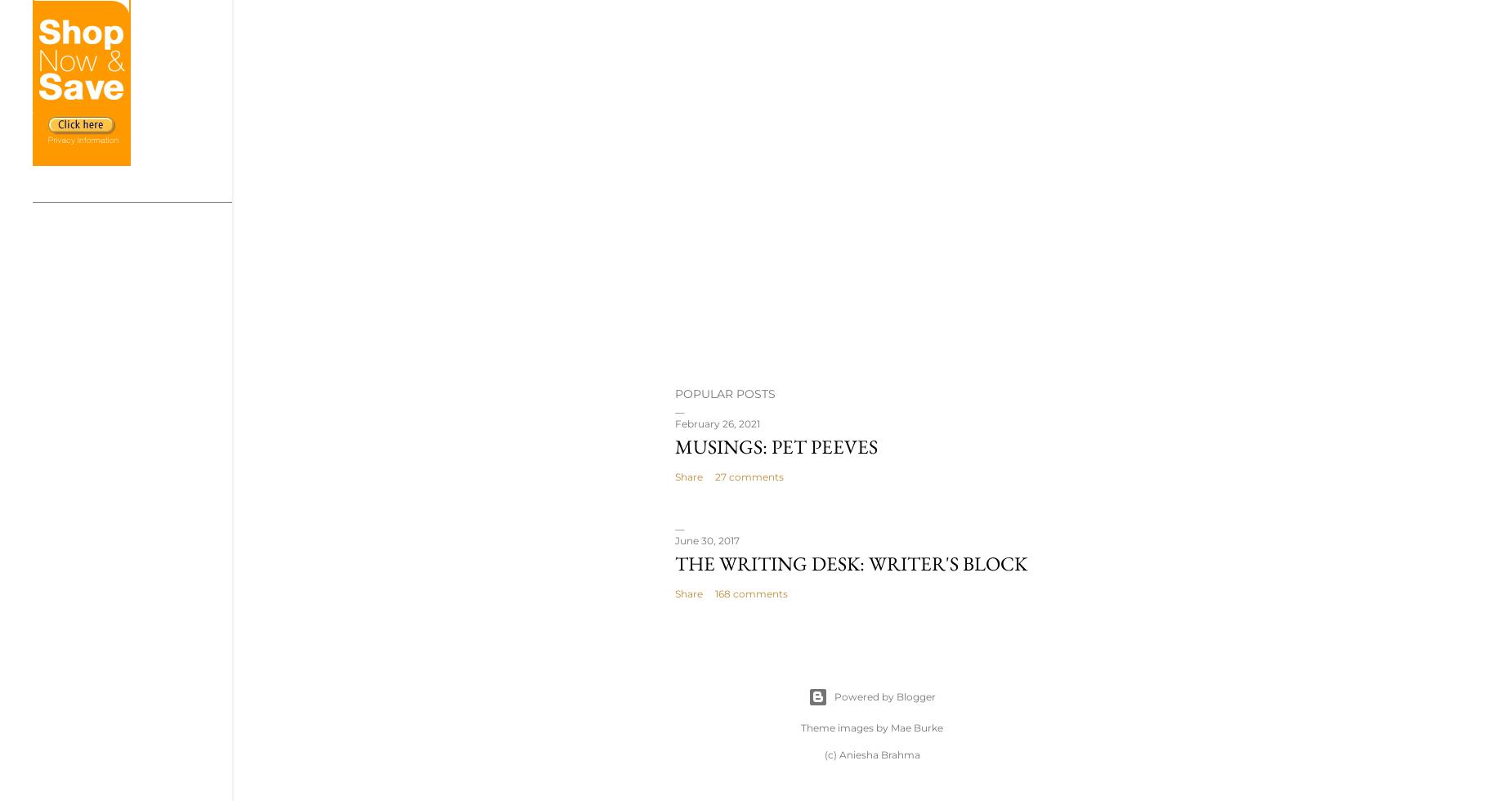 Image resolution: width=1512 pixels, height=801 pixels. I want to click on 'Popular Posts', so click(675, 393).